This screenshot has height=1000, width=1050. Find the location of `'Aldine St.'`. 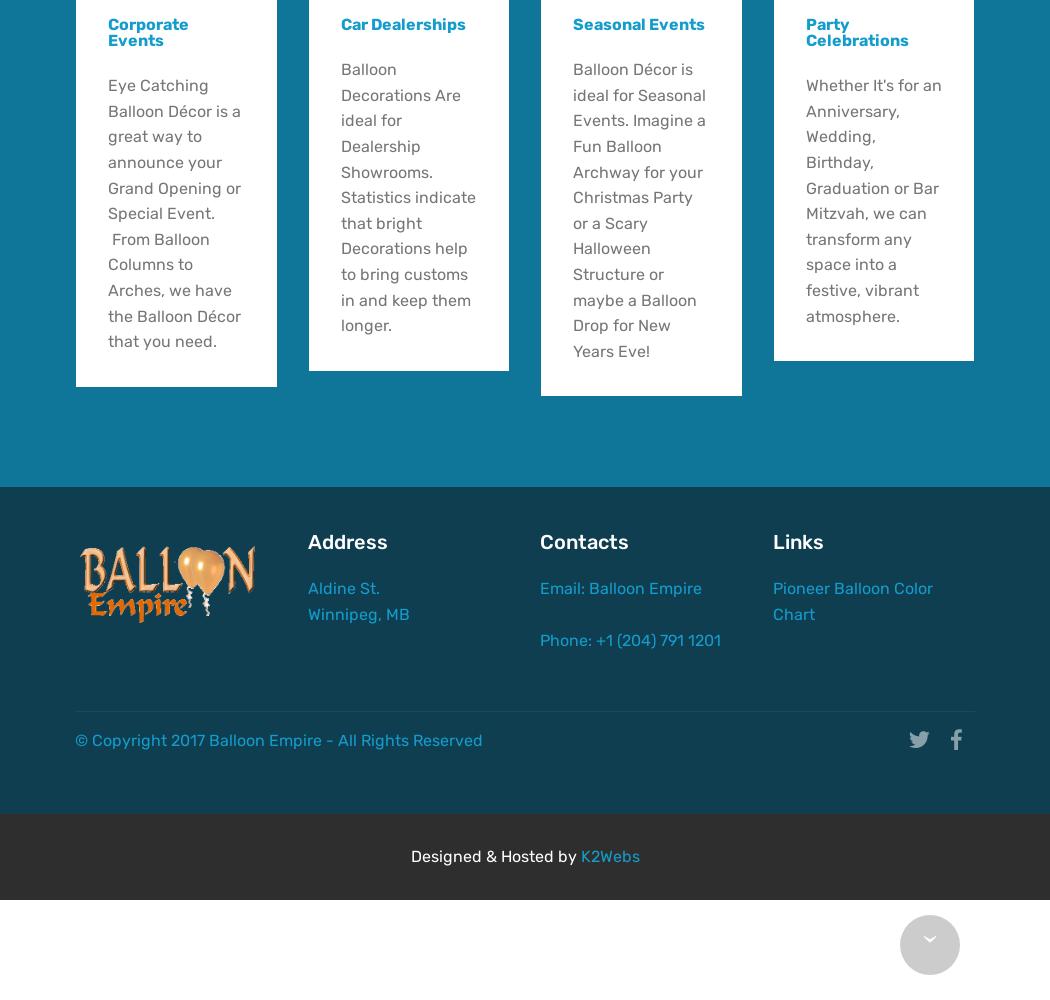

'Aldine St.' is located at coordinates (383, 587).